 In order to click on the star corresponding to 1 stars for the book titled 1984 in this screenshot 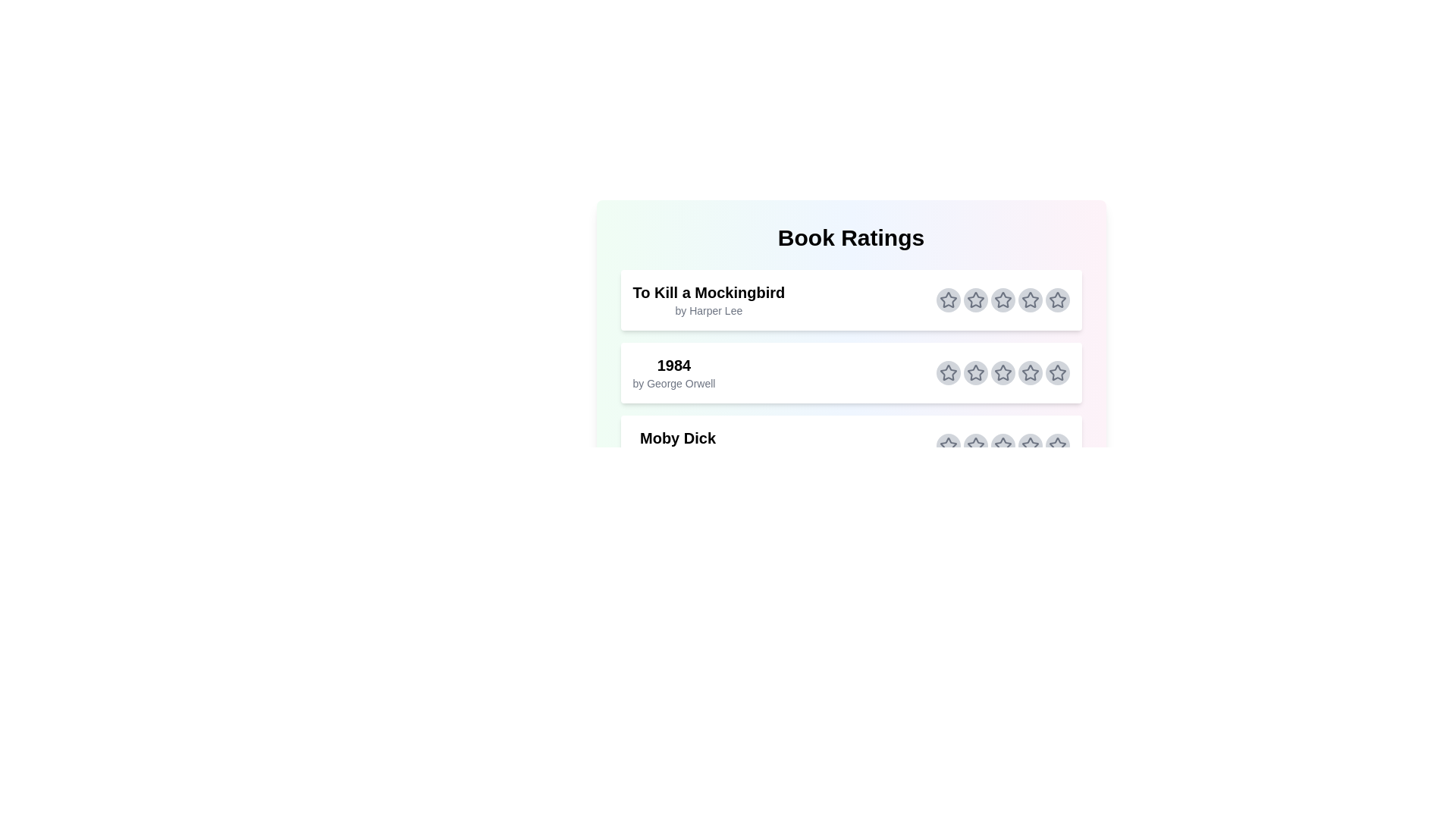, I will do `click(947, 373)`.